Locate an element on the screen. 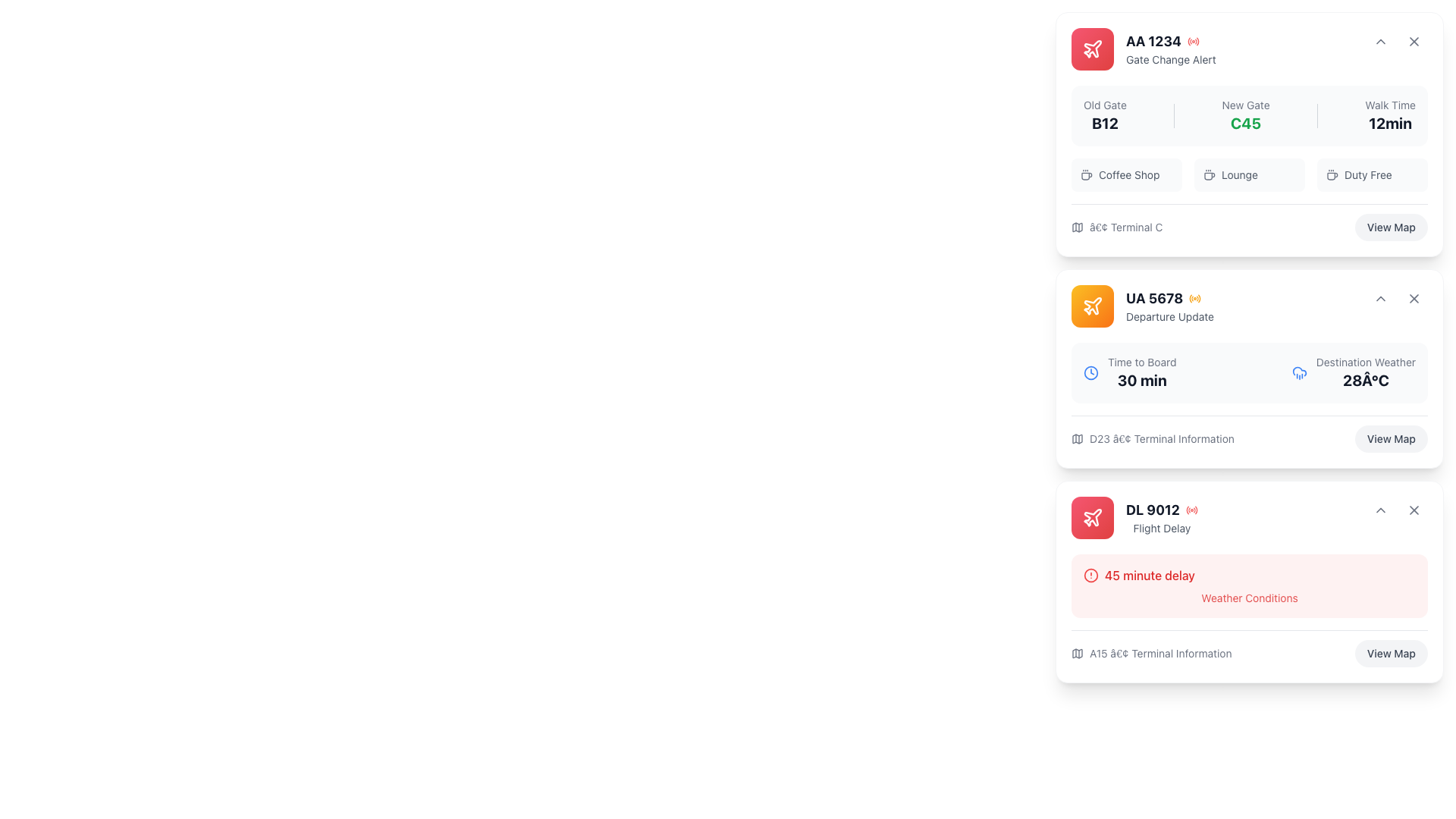 The width and height of the screenshot is (1456, 819). the text label displaying '• Terminal C' located at the bottom section of the card is located at coordinates (1126, 227).